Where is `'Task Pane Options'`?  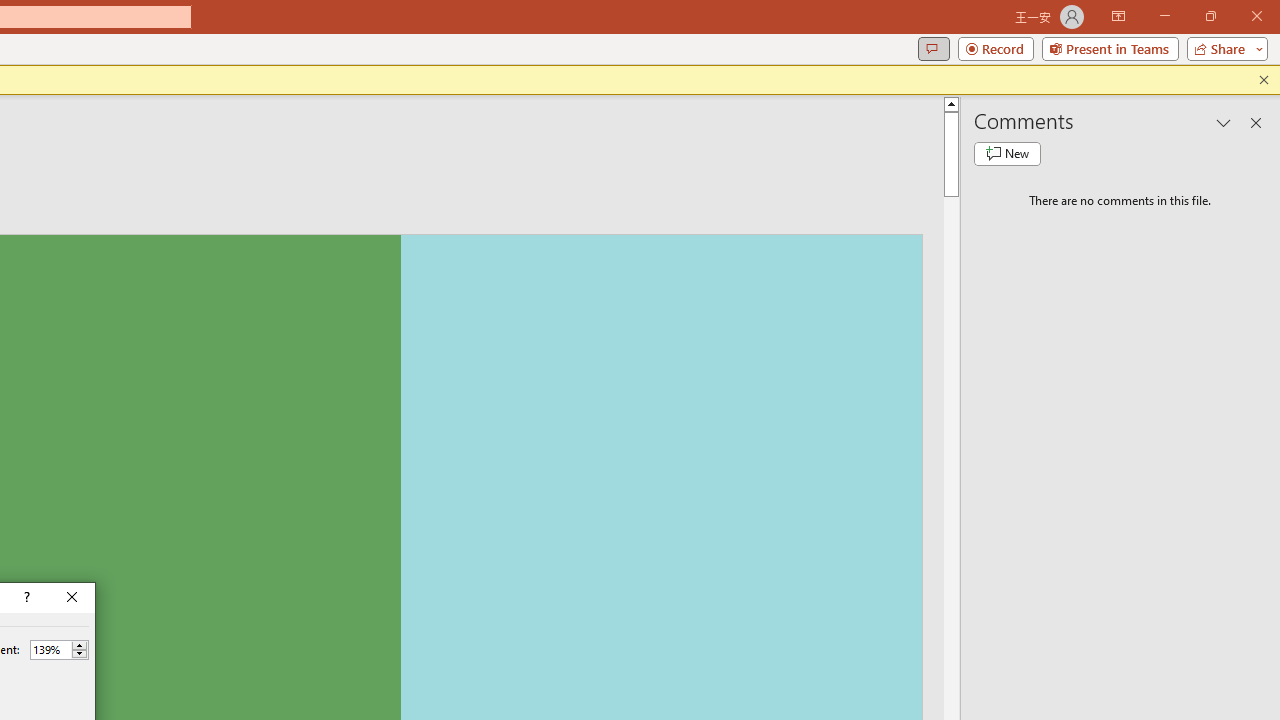
'Task Pane Options' is located at coordinates (1223, 123).